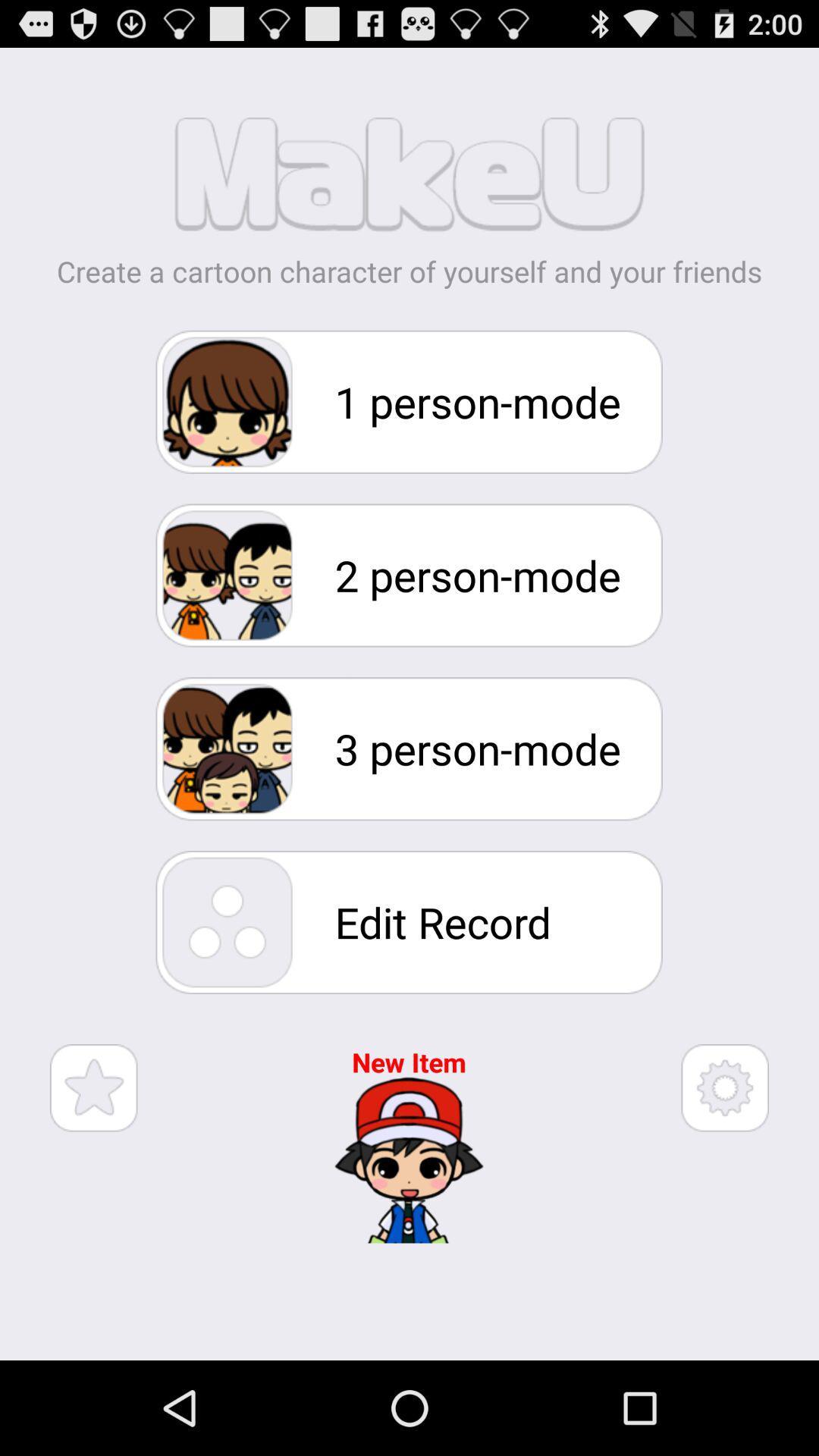  Describe the element at coordinates (93, 1087) in the screenshot. I see `star rating option` at that location.